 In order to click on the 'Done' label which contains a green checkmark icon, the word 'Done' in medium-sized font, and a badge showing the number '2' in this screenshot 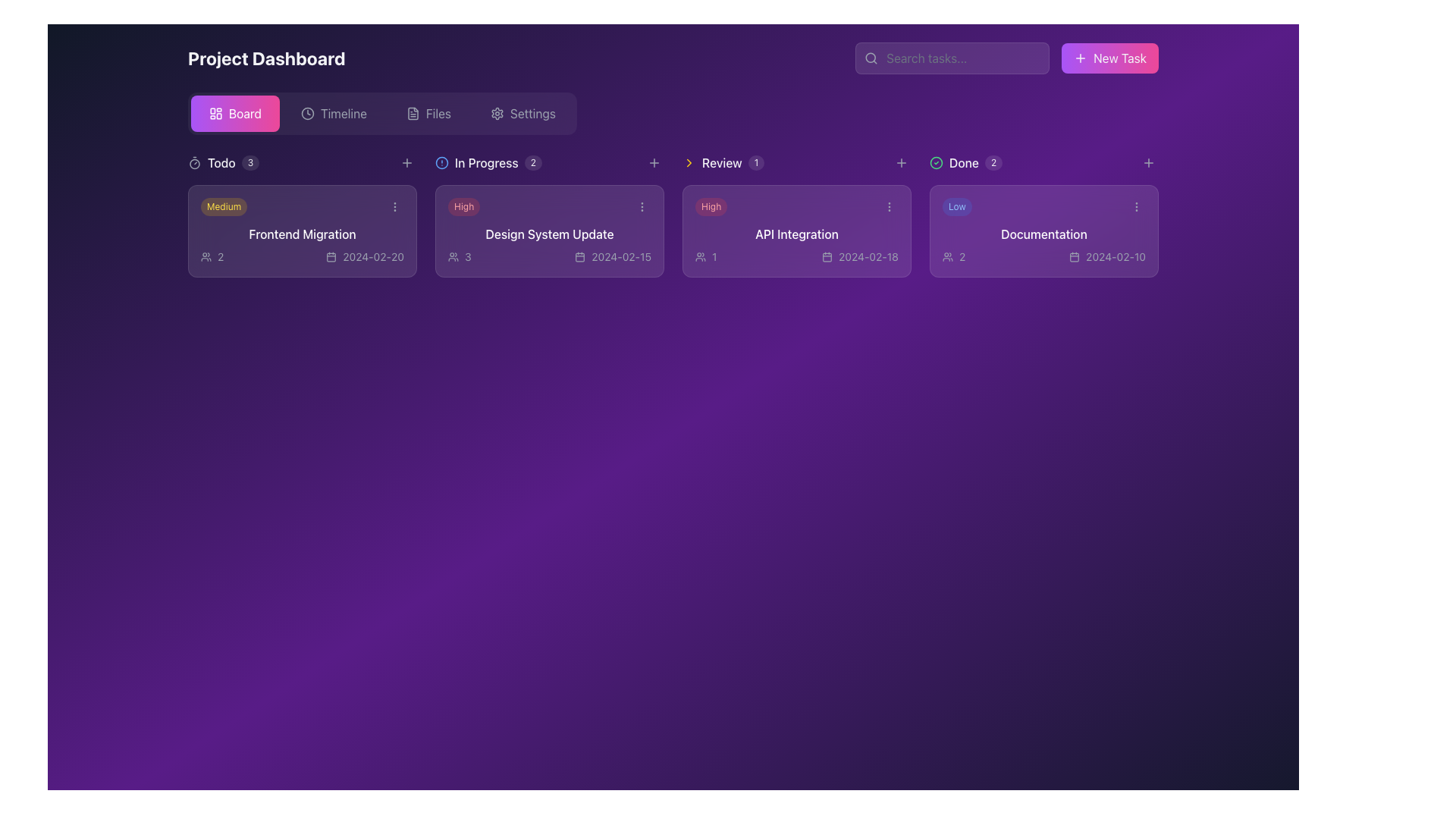, I will do `click(965, 163)`.